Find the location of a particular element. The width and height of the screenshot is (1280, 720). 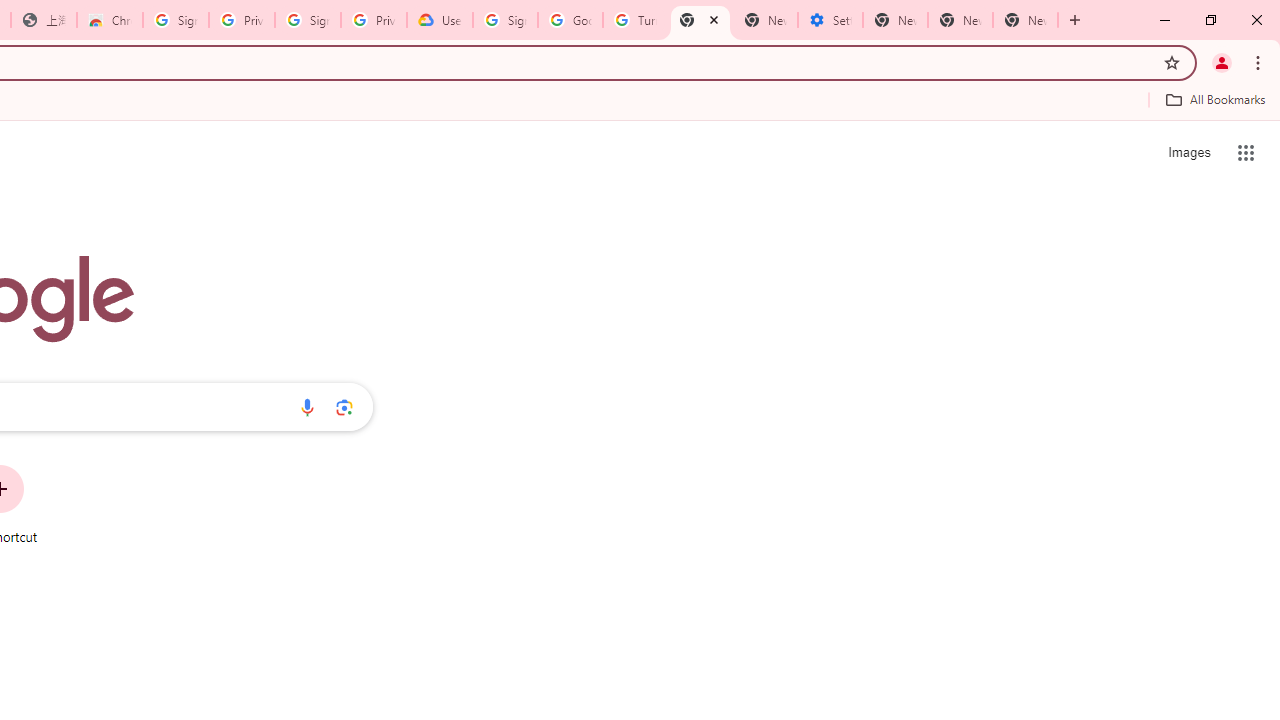

'Settings - System' is located at coordinates (830, 20).